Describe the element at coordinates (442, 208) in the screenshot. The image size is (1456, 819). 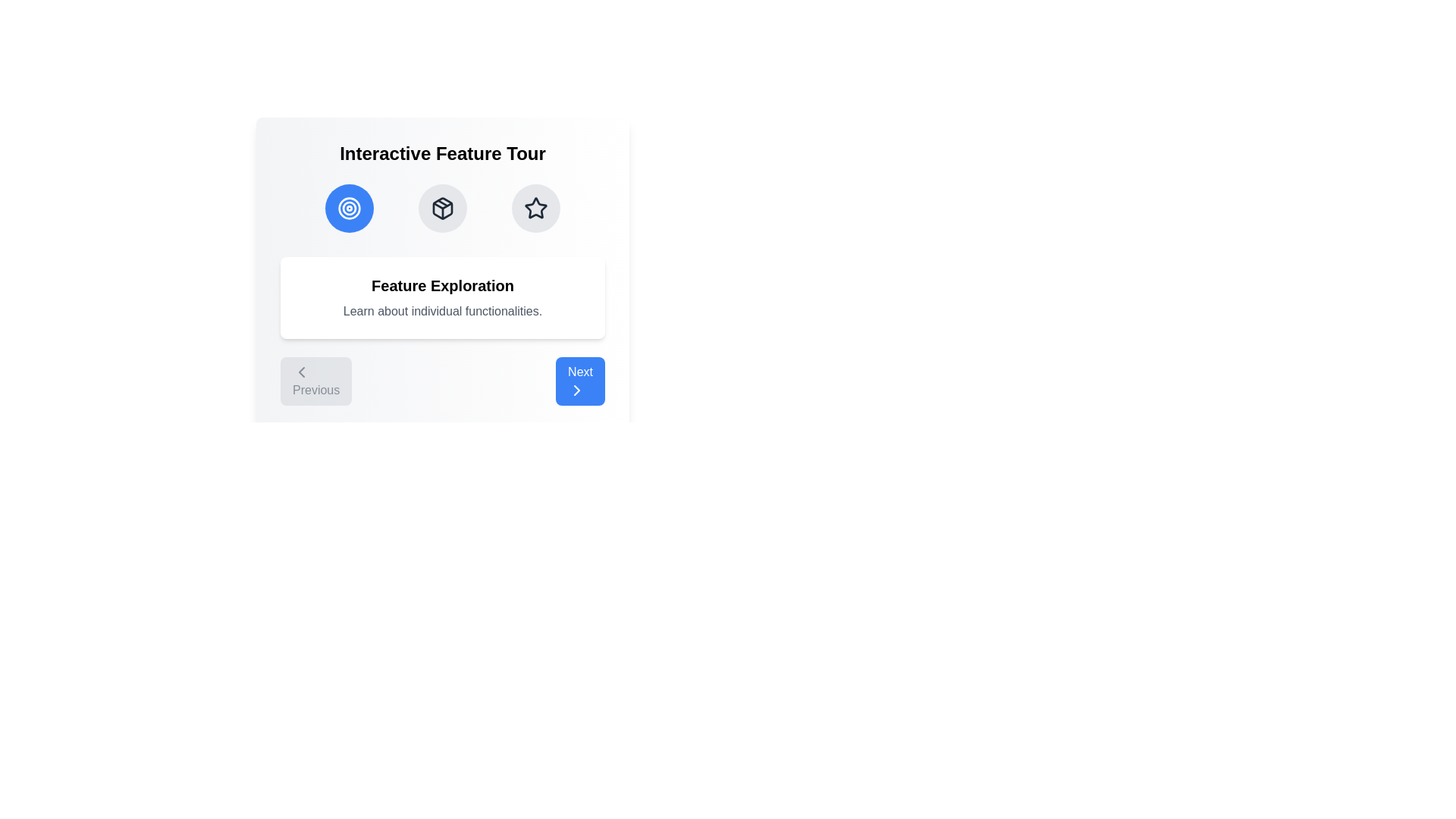
I see `the central hexagonal 3D box icon button, which is part of a sequence of three circular buttons` at that location.